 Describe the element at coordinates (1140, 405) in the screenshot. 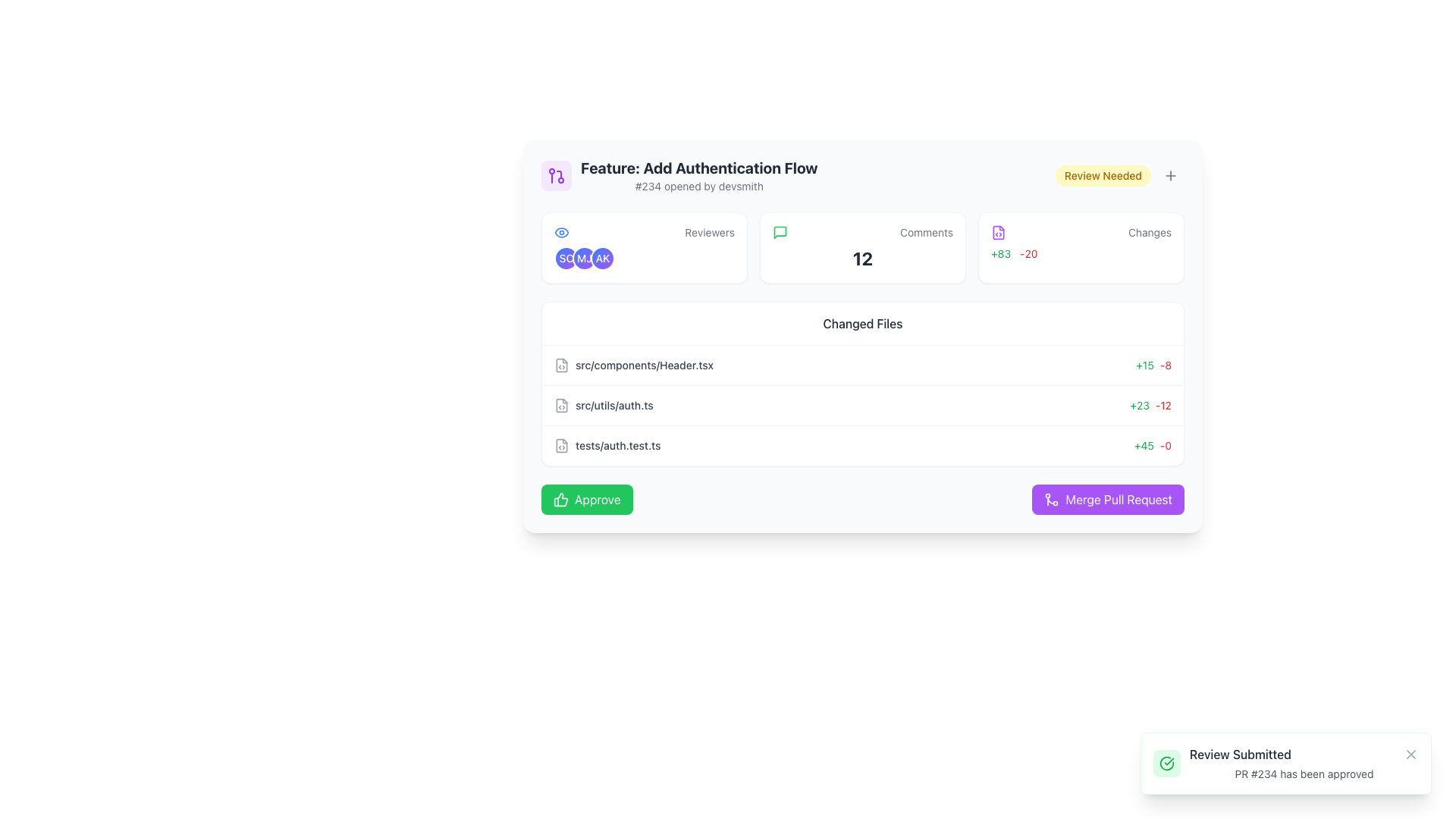

I see `the green-colored text displaying '+23', styled with a 'text-green-600' class, located in the 'Changes' column of the 'Changed Files' section` at that location.